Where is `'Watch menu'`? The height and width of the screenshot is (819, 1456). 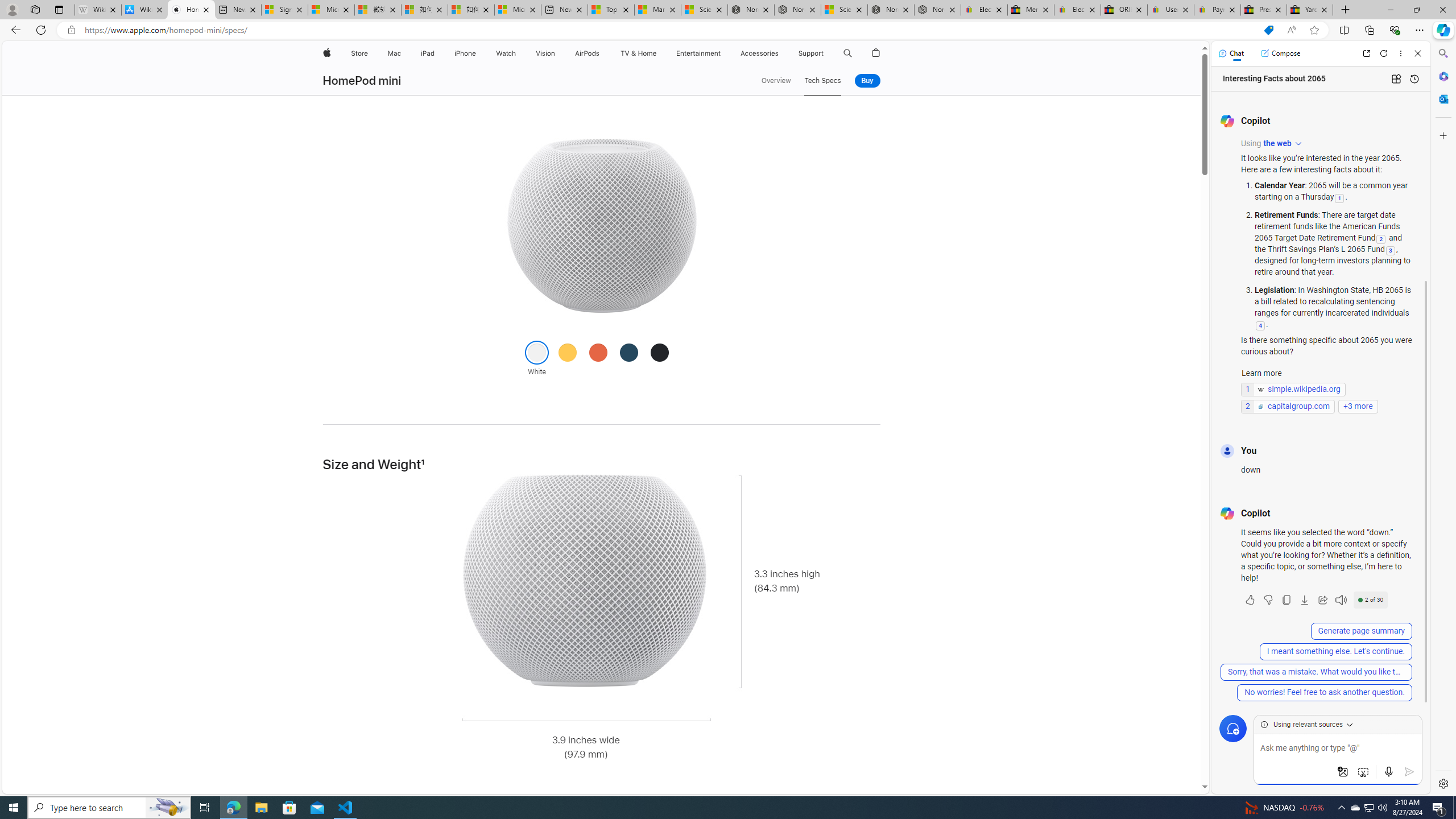
'Watch menu' is located at coordinates (519, 53).